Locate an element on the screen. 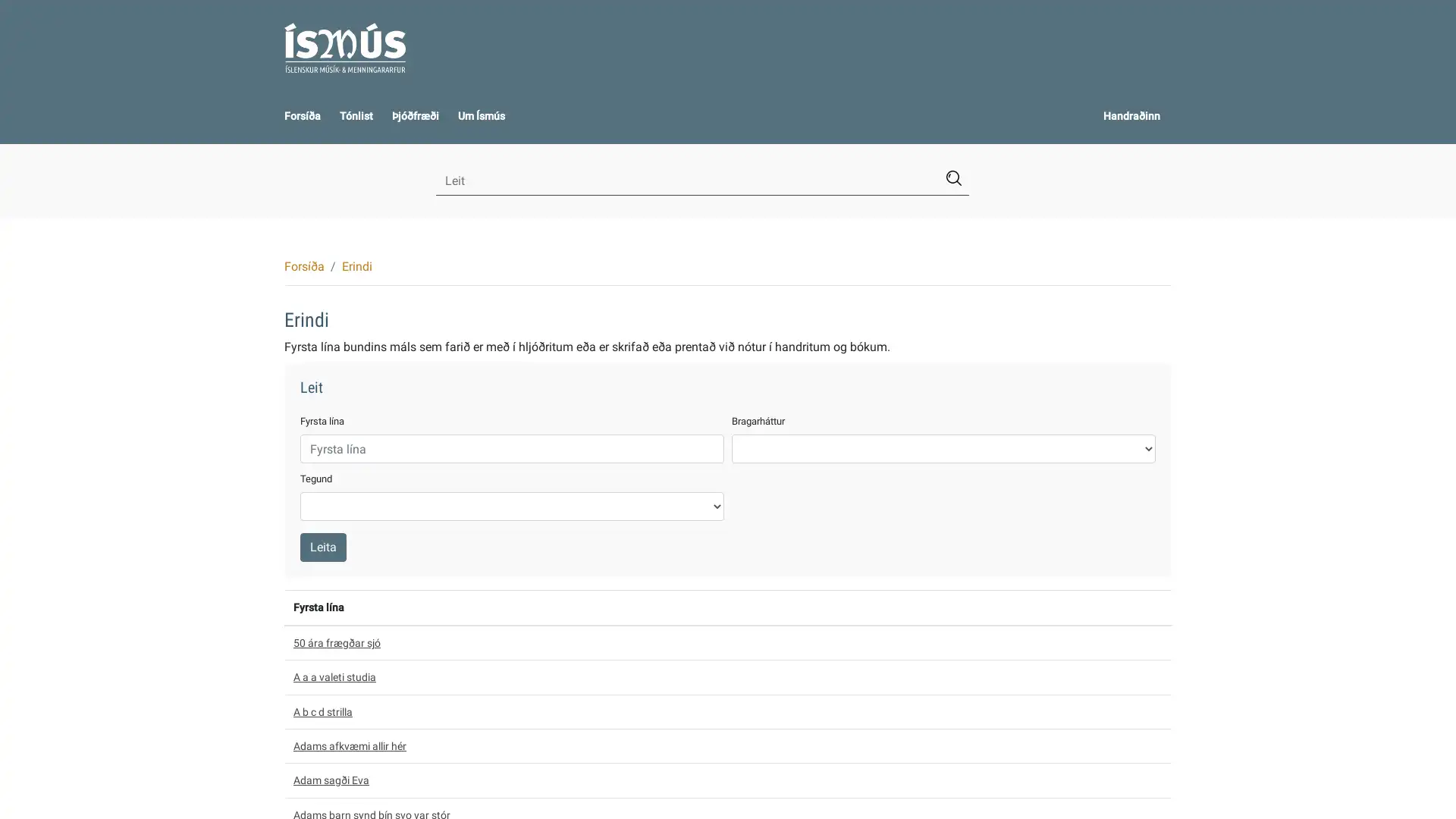  Leita is located at coordinates (322, 547).